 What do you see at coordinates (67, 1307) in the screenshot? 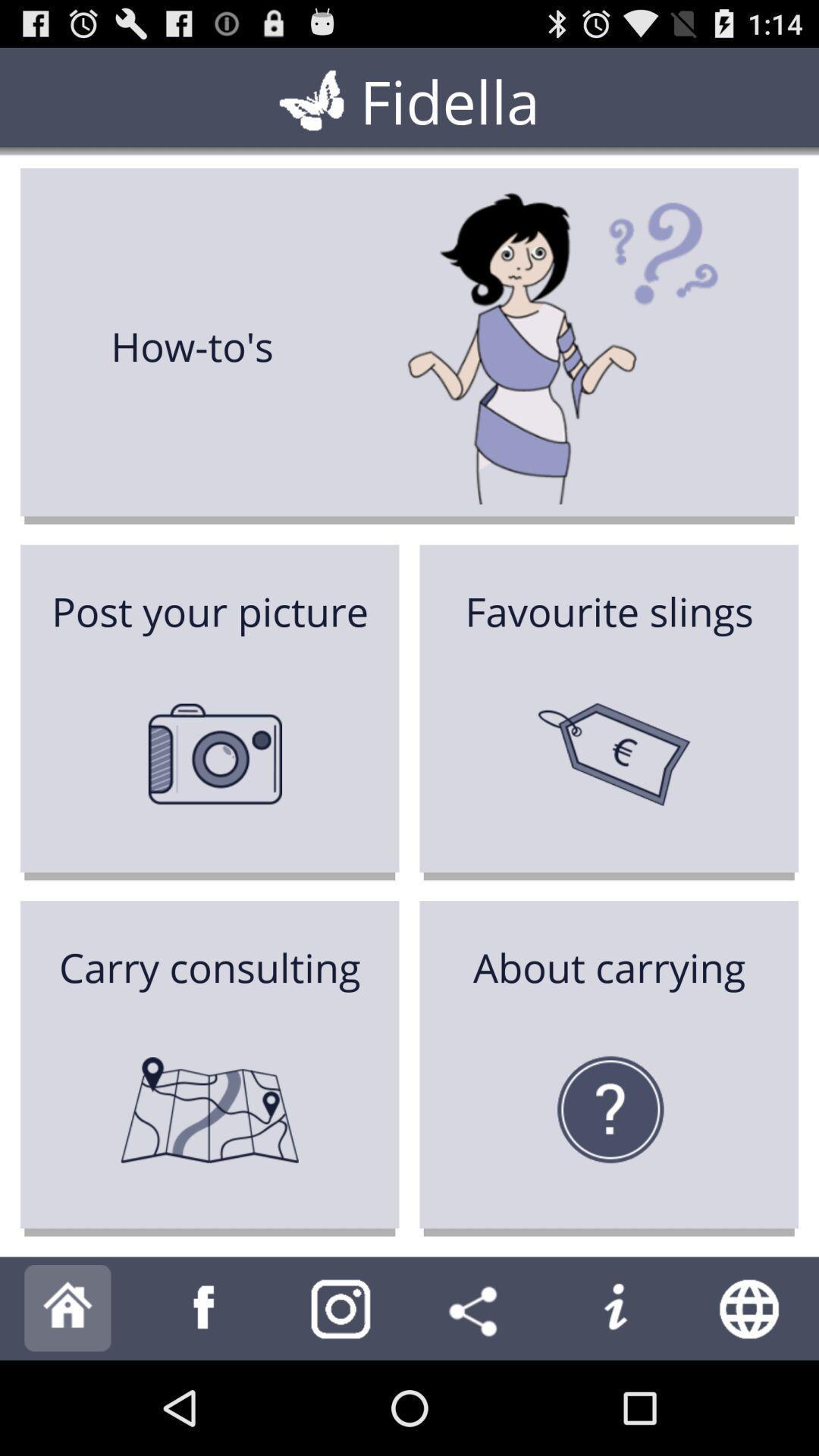
I see `to home option` at bounding box center [67, 1307].